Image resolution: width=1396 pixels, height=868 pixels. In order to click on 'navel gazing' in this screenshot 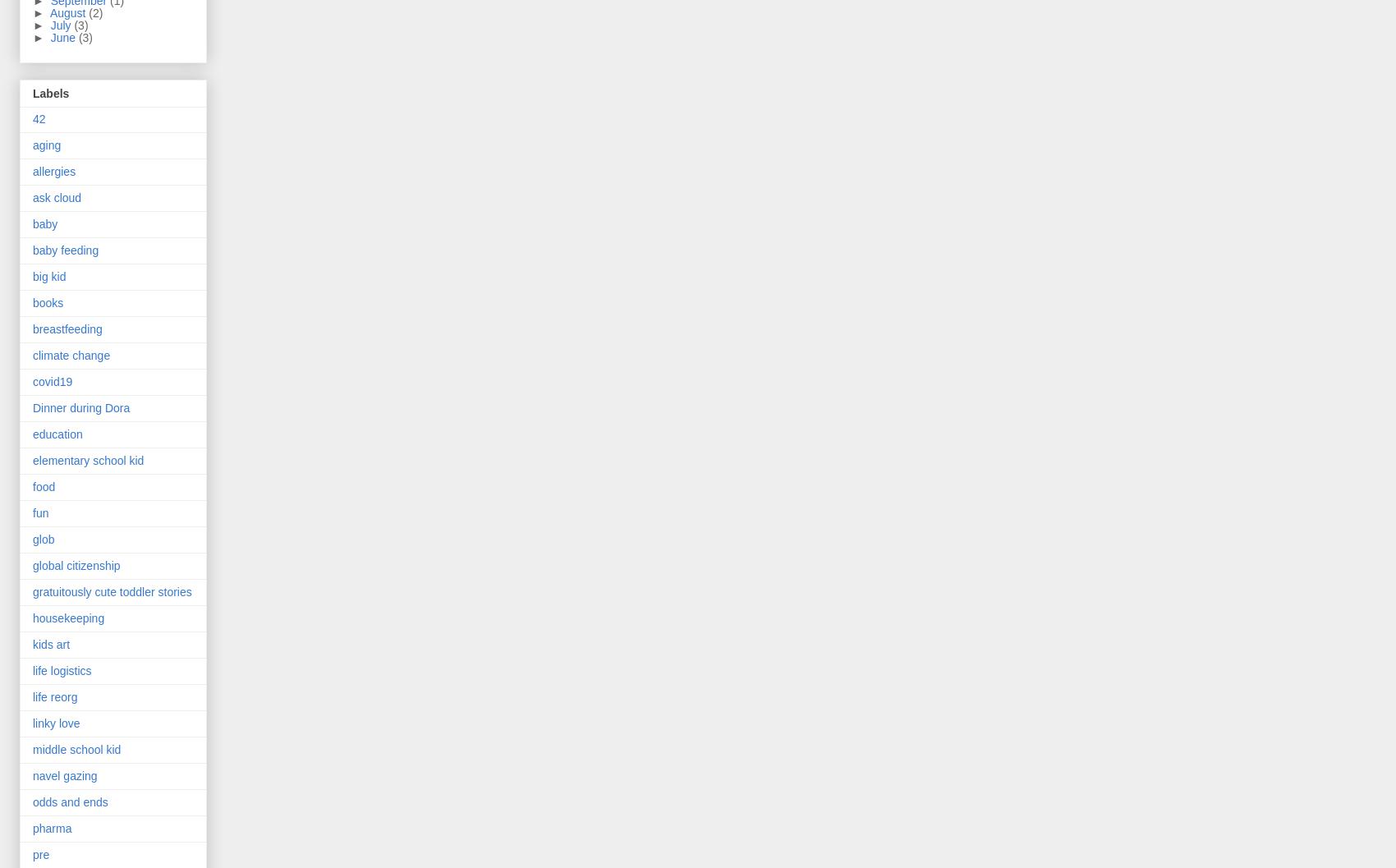, I will do `click(65, 775)`.